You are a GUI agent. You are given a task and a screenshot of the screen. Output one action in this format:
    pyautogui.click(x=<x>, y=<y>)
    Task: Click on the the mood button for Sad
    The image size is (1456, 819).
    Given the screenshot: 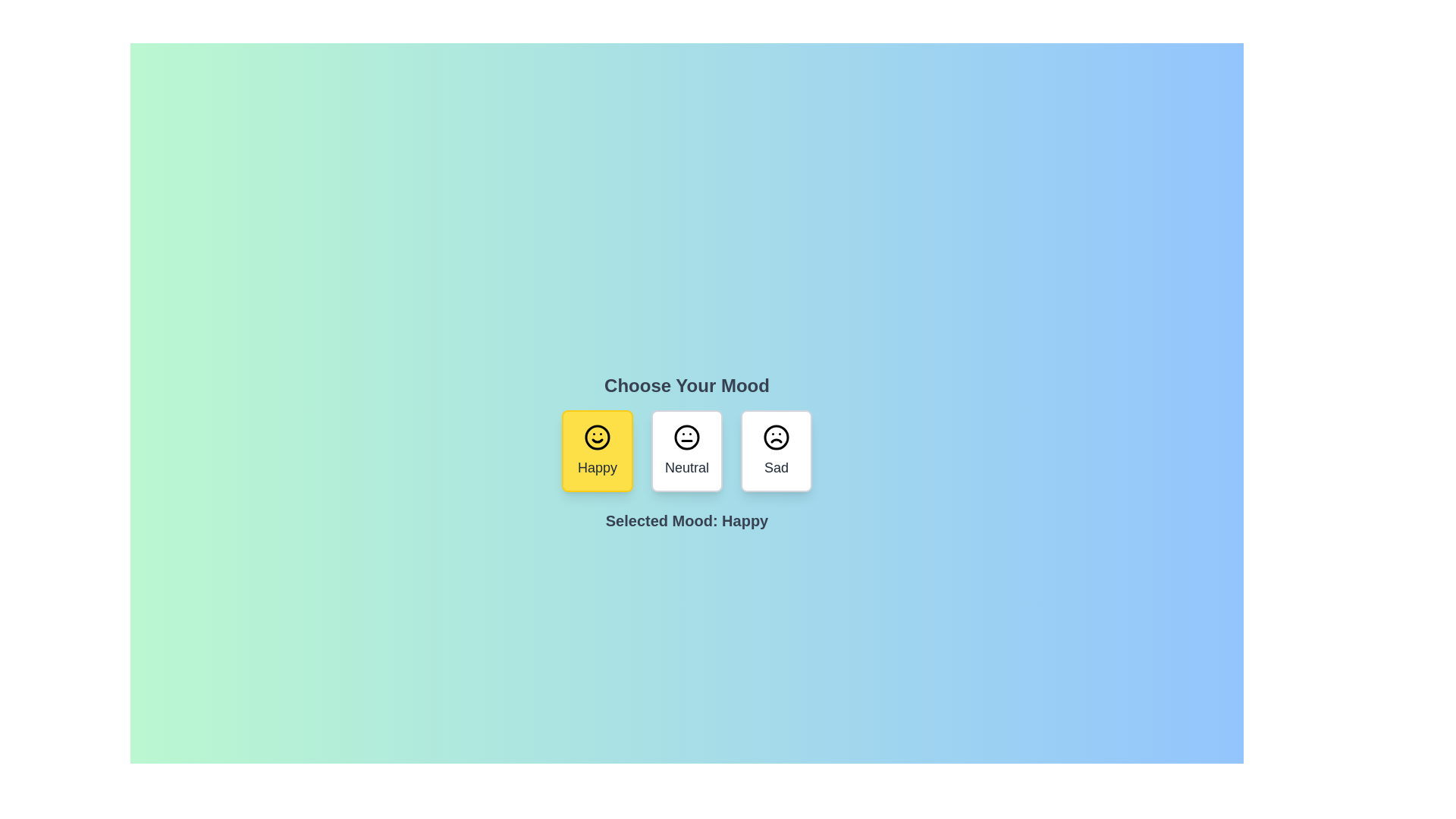 What is the action you would take?
    pyautogui.click(x=776, y=450)
    